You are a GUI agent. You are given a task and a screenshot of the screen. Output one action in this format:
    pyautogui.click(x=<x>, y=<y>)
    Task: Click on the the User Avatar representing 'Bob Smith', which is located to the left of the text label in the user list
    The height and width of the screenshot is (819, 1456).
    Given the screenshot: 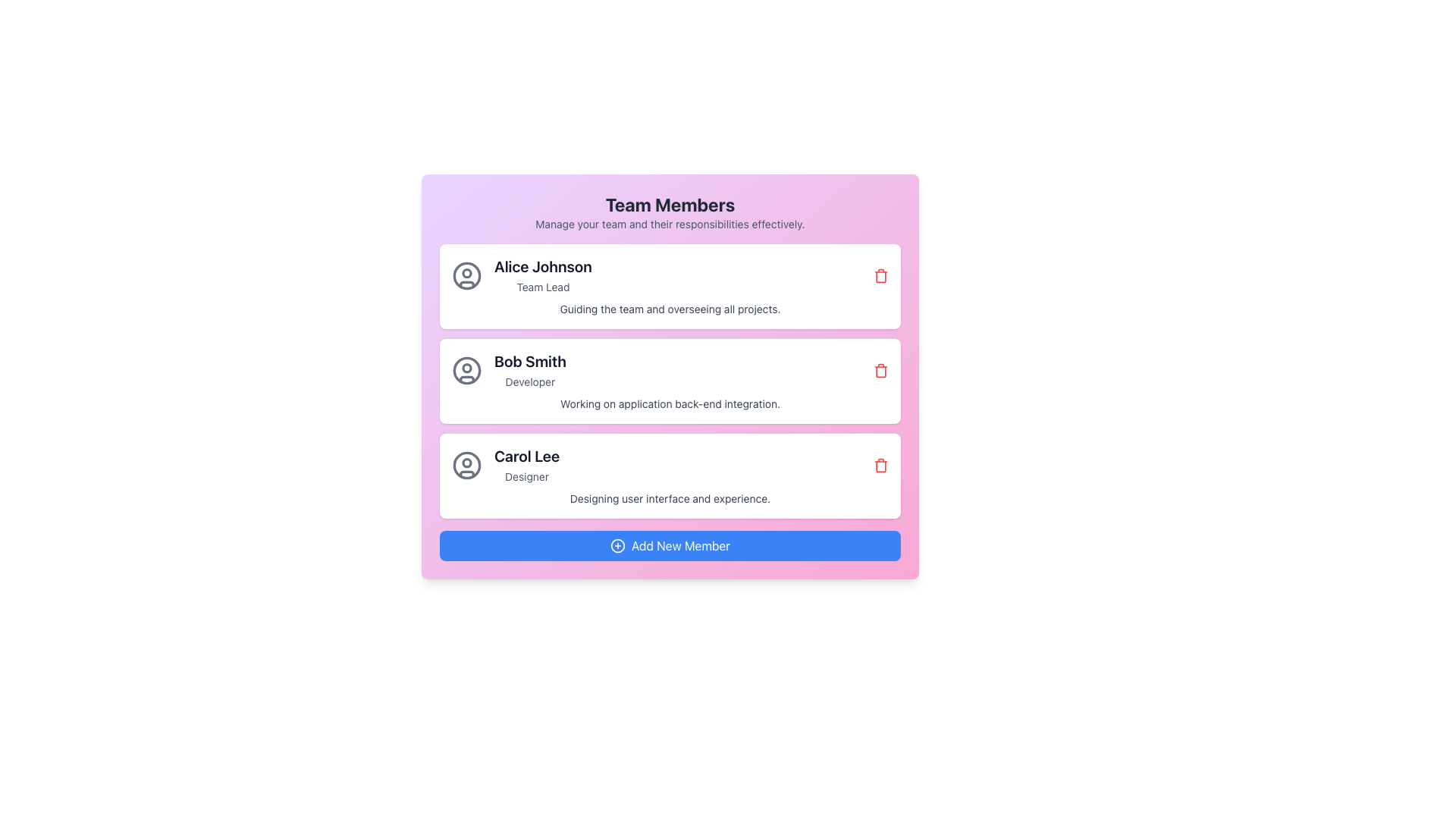 What is the action you would take?
    pyautogui.click(x=466, y=371)
    